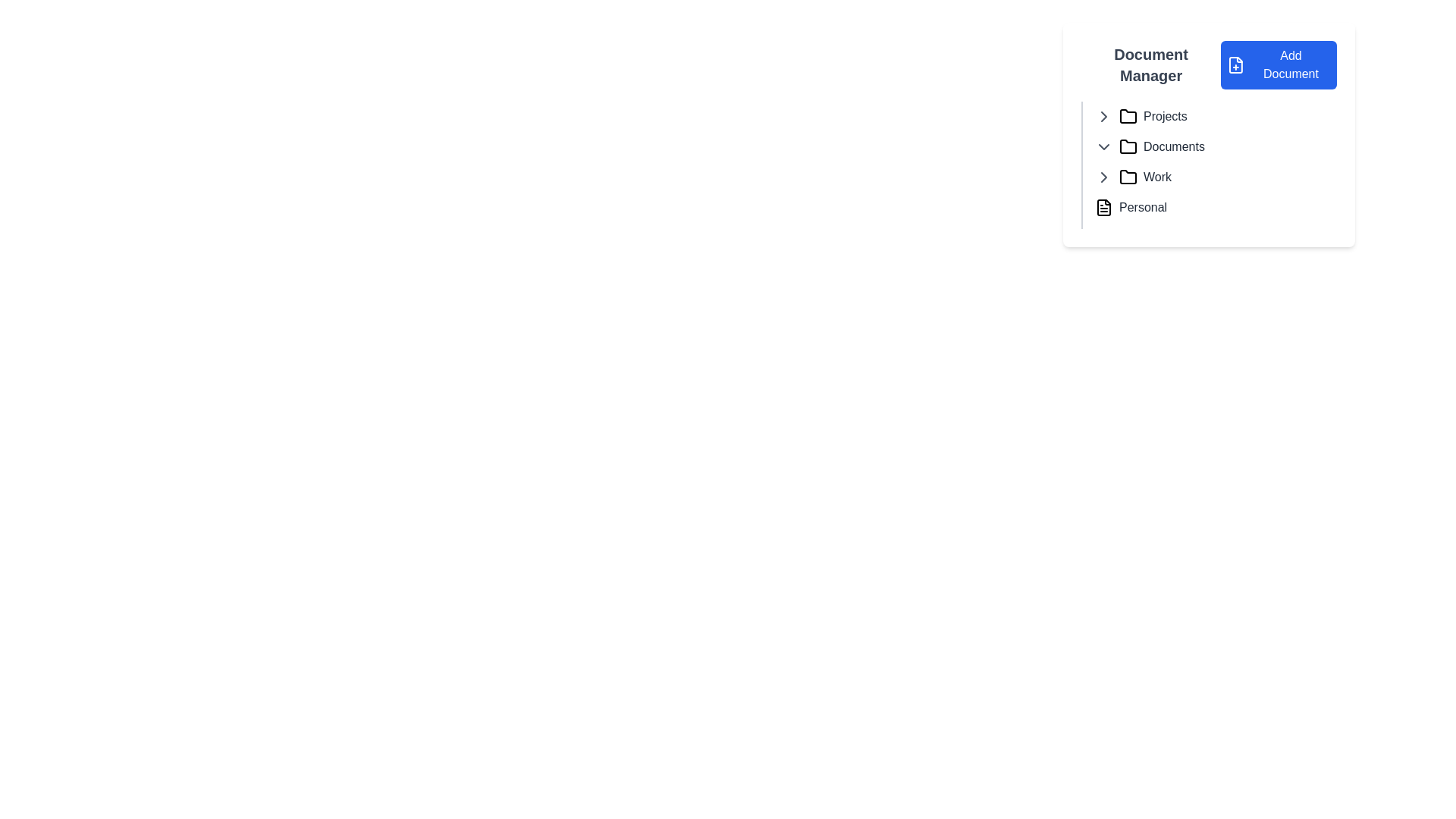  Describe the element at coordinates (1128, 146) in the screenshot. I see `the folder icon in the Documents section of the Document Manager interface` at that location.